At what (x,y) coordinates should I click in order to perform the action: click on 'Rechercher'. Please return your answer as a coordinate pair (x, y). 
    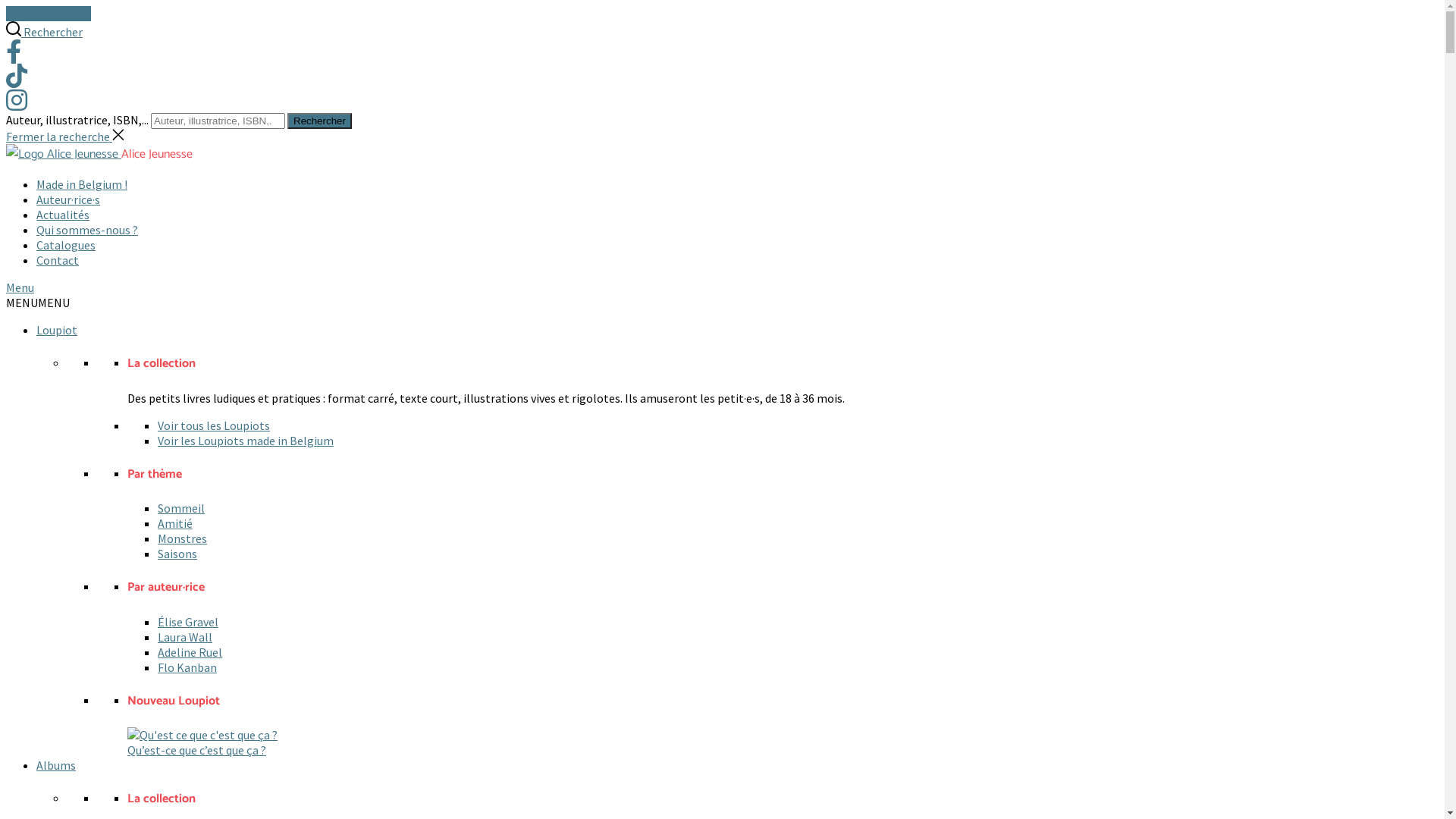
    Looking at the image, I should click on (44, 32).